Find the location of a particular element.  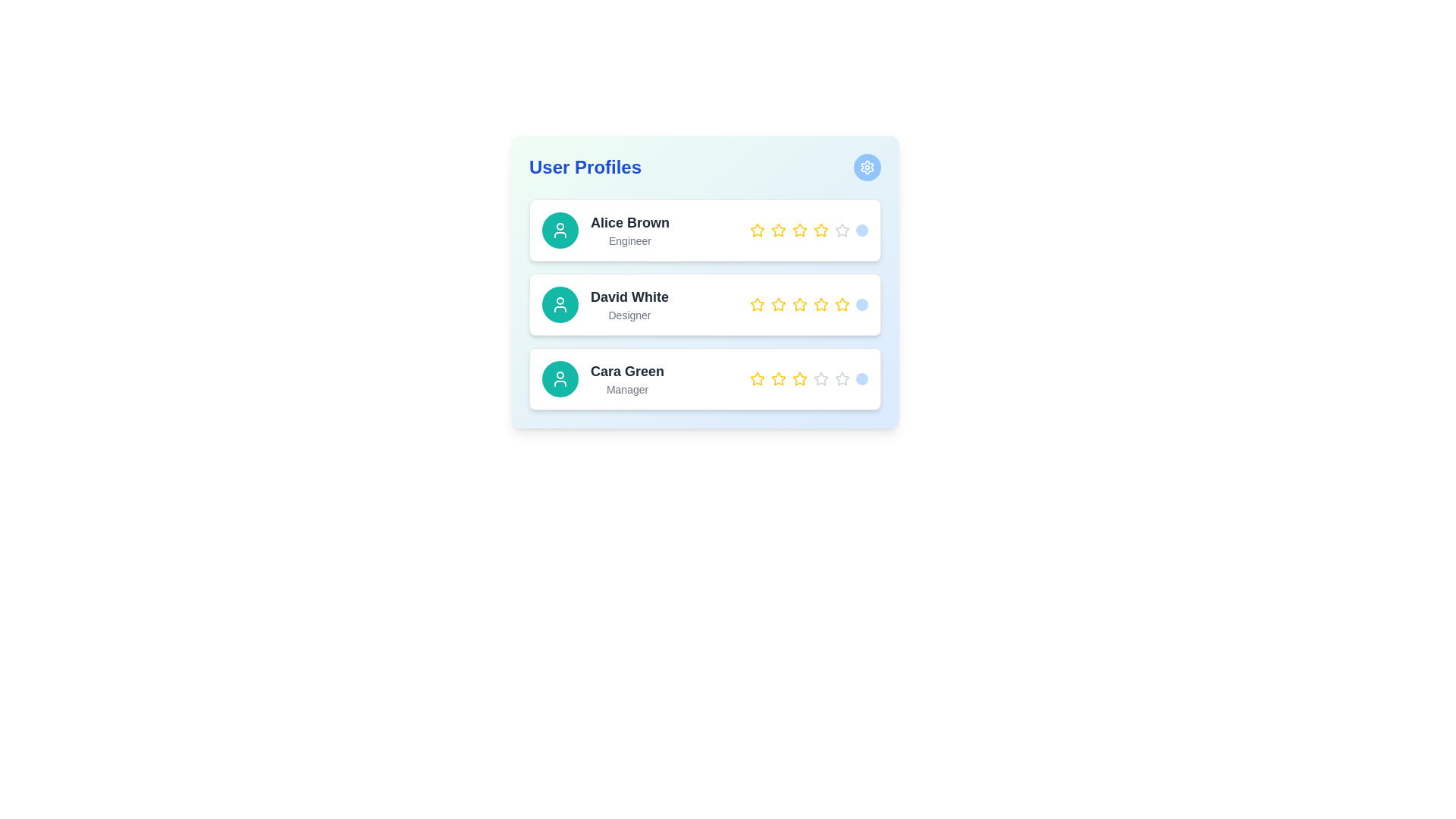

the third user profile in the user profile list, which includes the user's name and role along with an avatar icon is located at coordinates (602, 378).